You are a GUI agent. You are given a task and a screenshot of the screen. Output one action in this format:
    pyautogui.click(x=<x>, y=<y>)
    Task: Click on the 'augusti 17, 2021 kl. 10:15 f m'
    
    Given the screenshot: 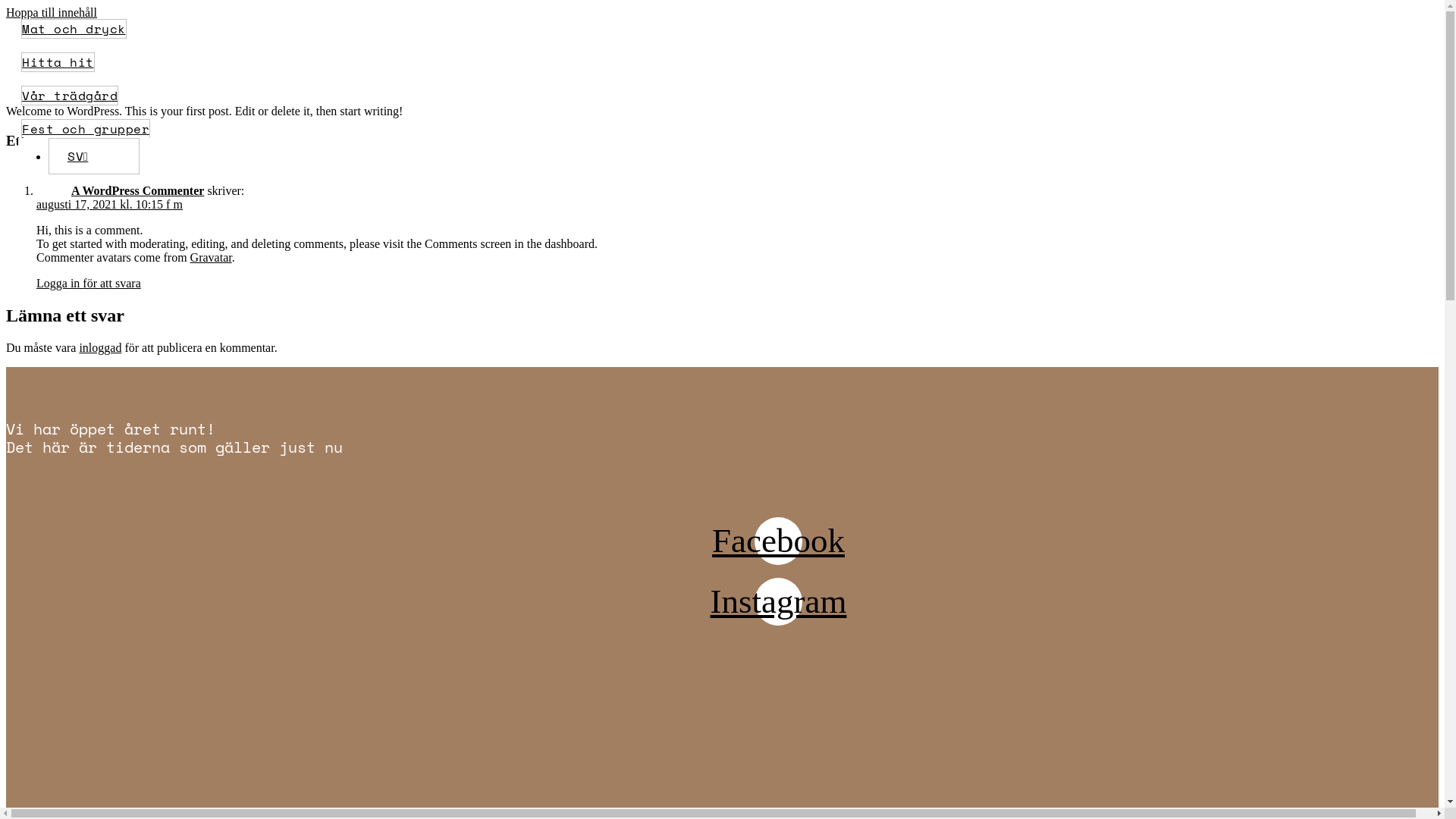 What is the action you would take?
    pyautogui.click(x=108, y=203)
    